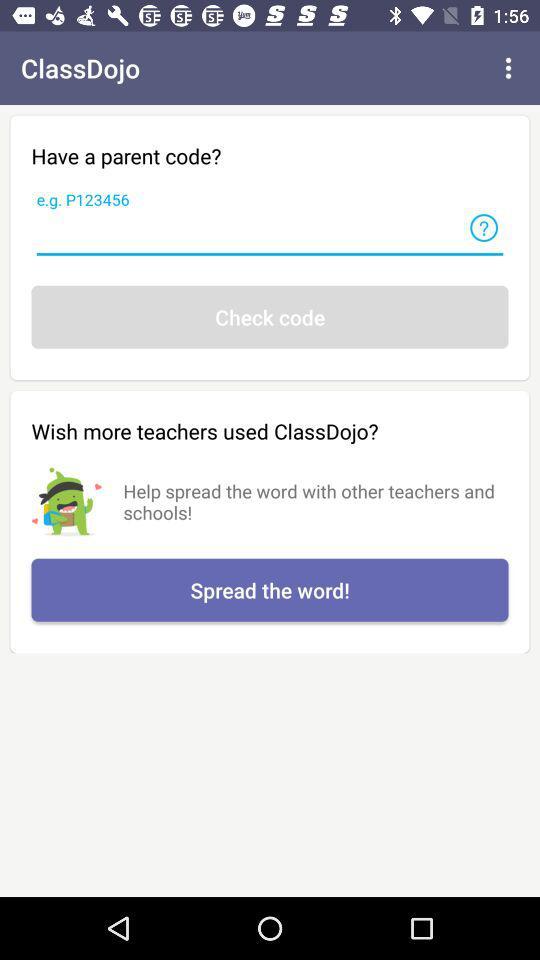 The height and width of the screenshot is (960, 540). Describe the element at coordinates (483, 228) in the screenshot. I see `get help or more information` at that location.